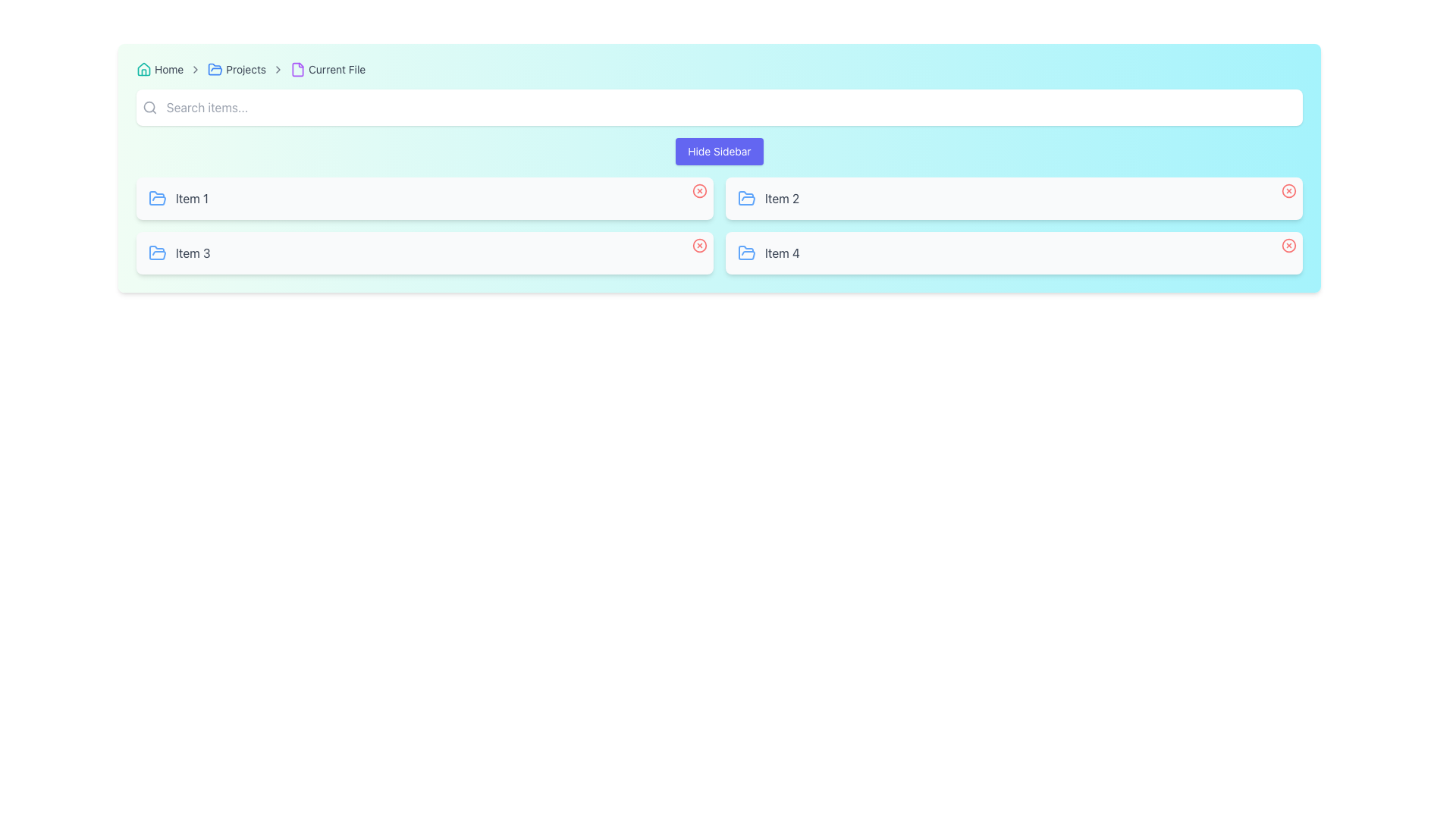  Describe the element at coordinates (782, 198) in the screenshot. I see `the Text label that identifies the specific item, located between a blue-colored folder icon and a red 'X' icon in the middle-right region of the interface` at that location.